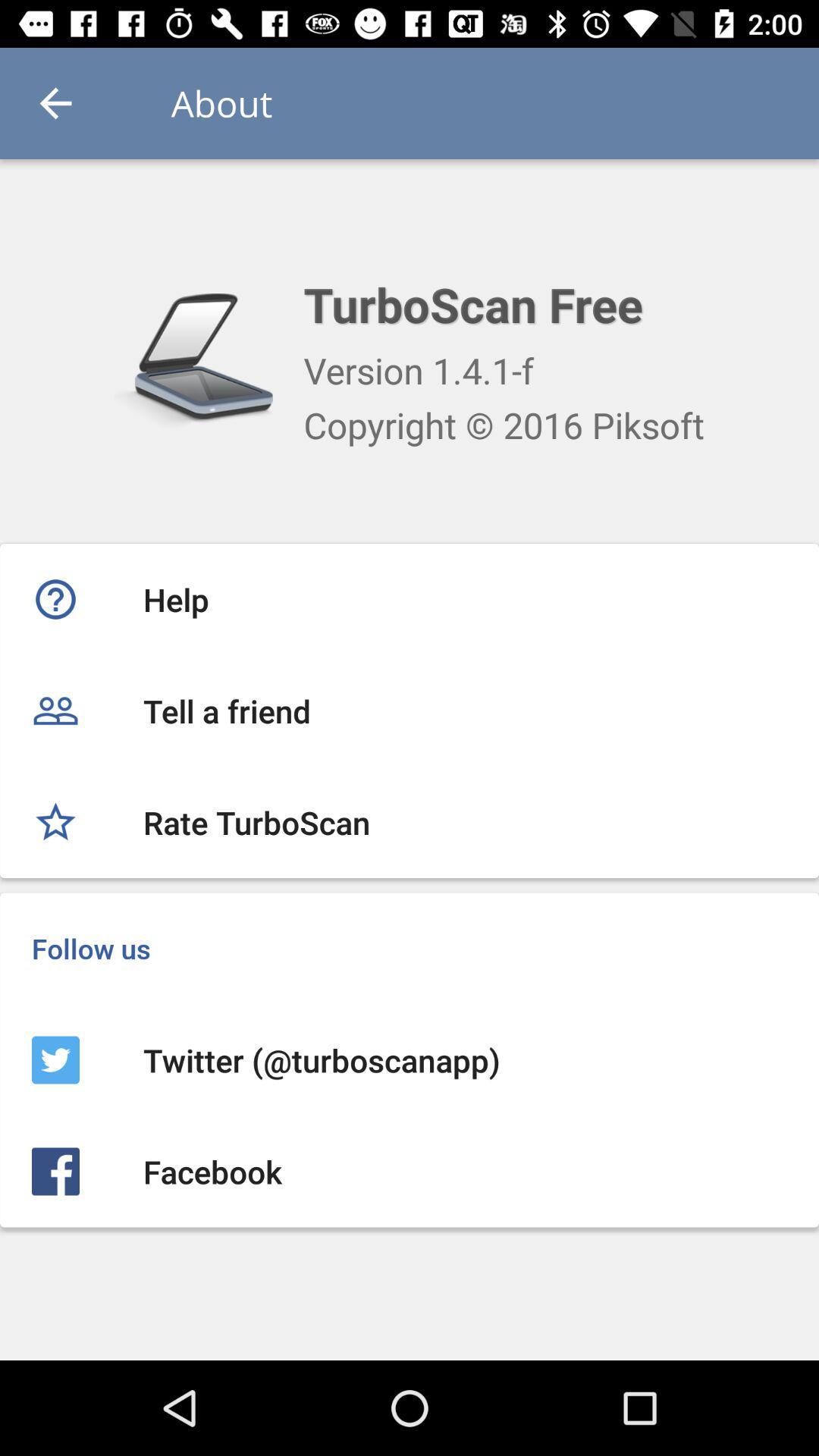  What do you see at coordinates (409, 710) in the screenshot?
I see `tell a friend` at bounding box center [409, 710].